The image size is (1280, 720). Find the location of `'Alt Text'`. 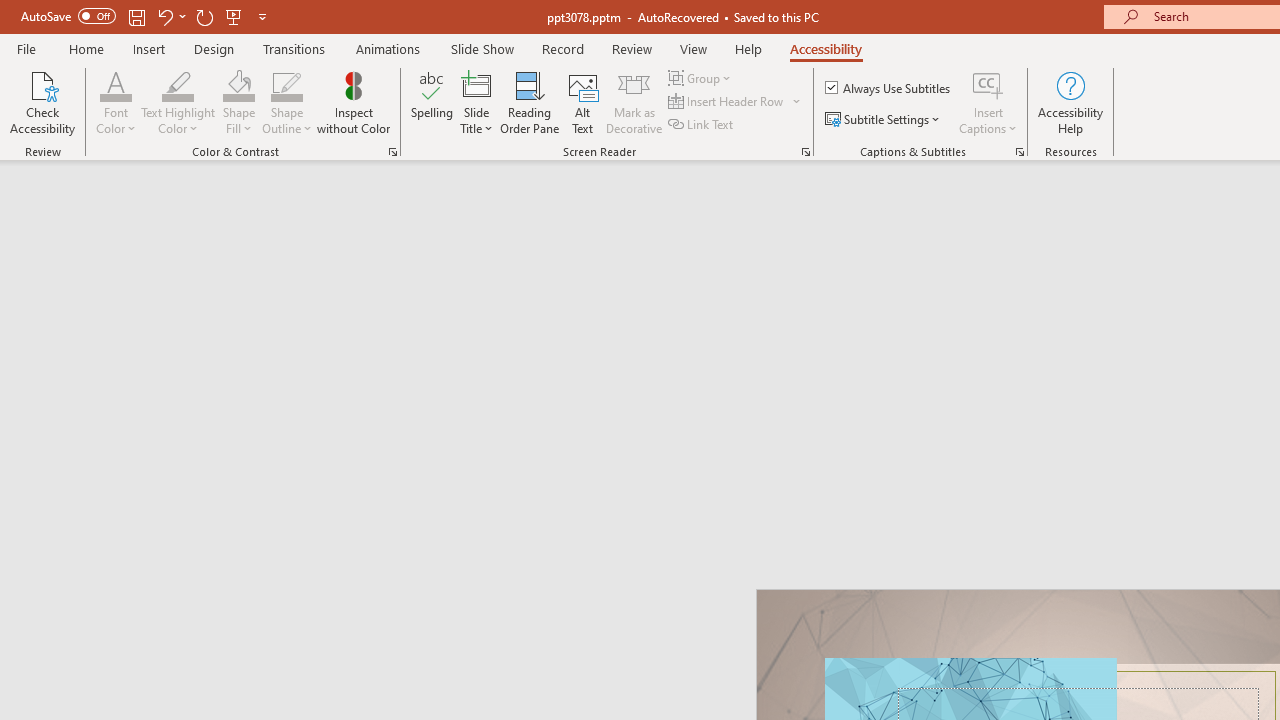

'Alt Text' is located at coordinates (582, 103).